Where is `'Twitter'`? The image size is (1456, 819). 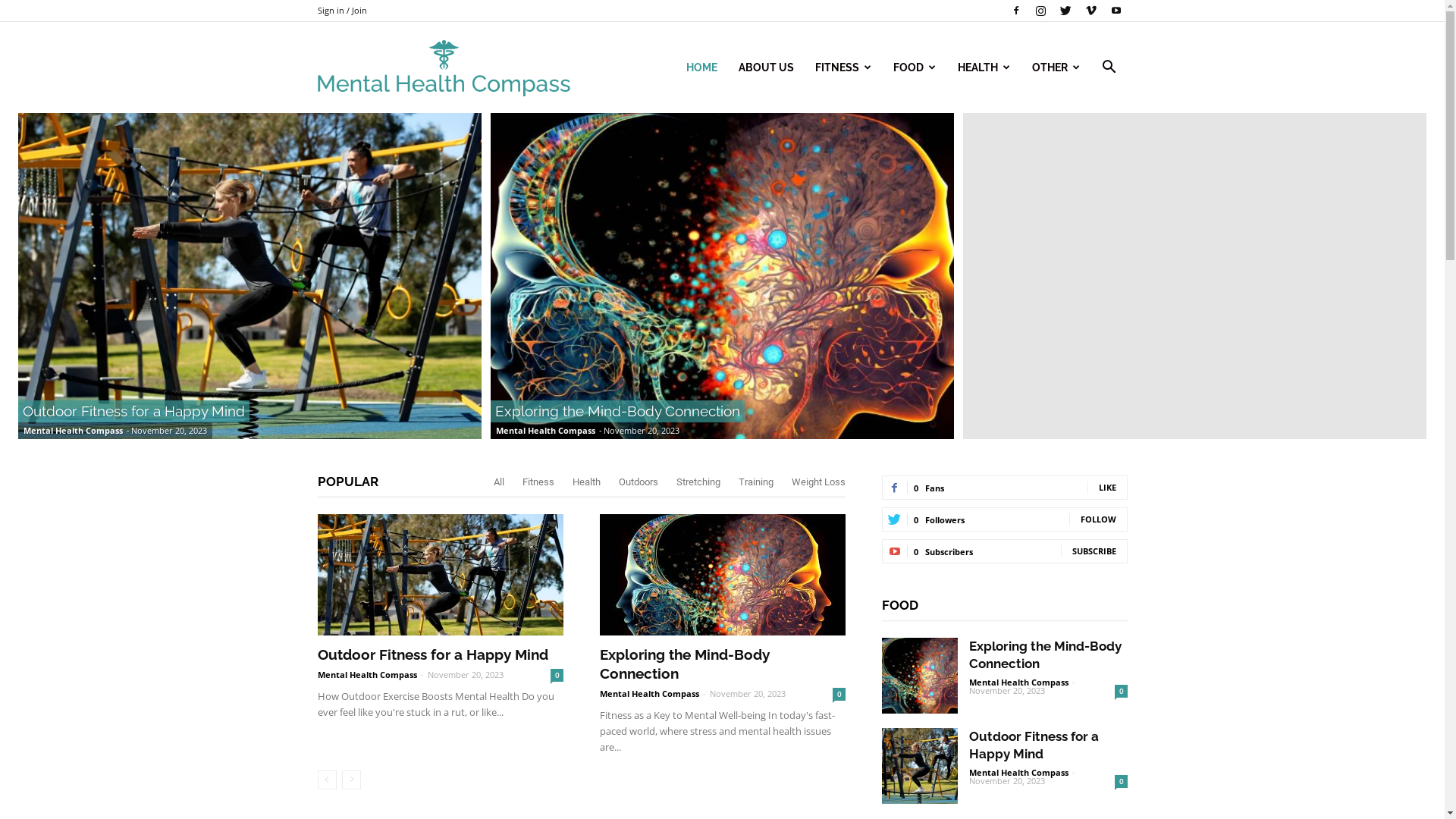
'Twitter' is located at coordinates (1065, 11).